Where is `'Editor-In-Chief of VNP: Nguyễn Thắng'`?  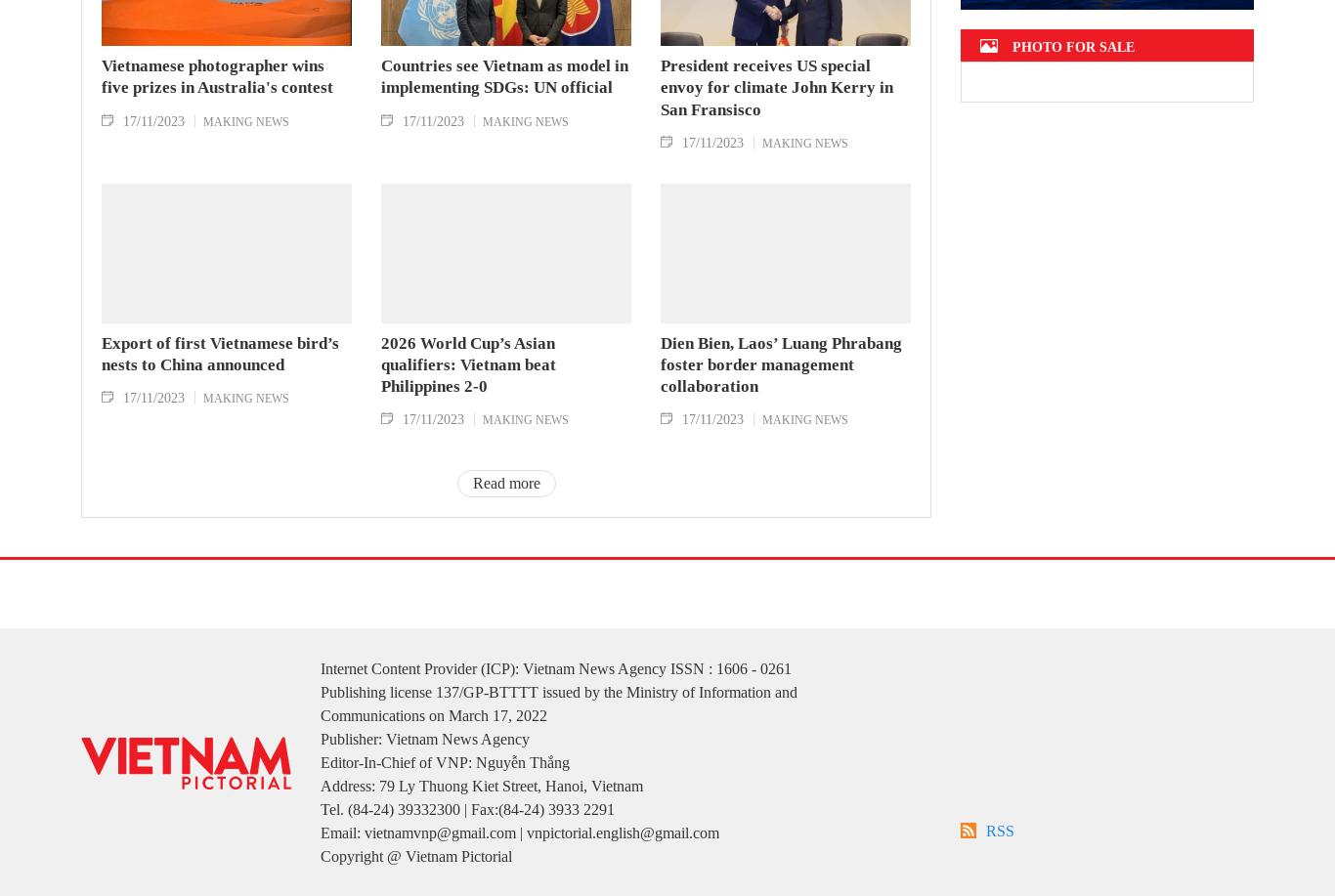 'Editor-In-Chief of VNP: Nguyễn Thắng' is located at coordinates (444, 790).